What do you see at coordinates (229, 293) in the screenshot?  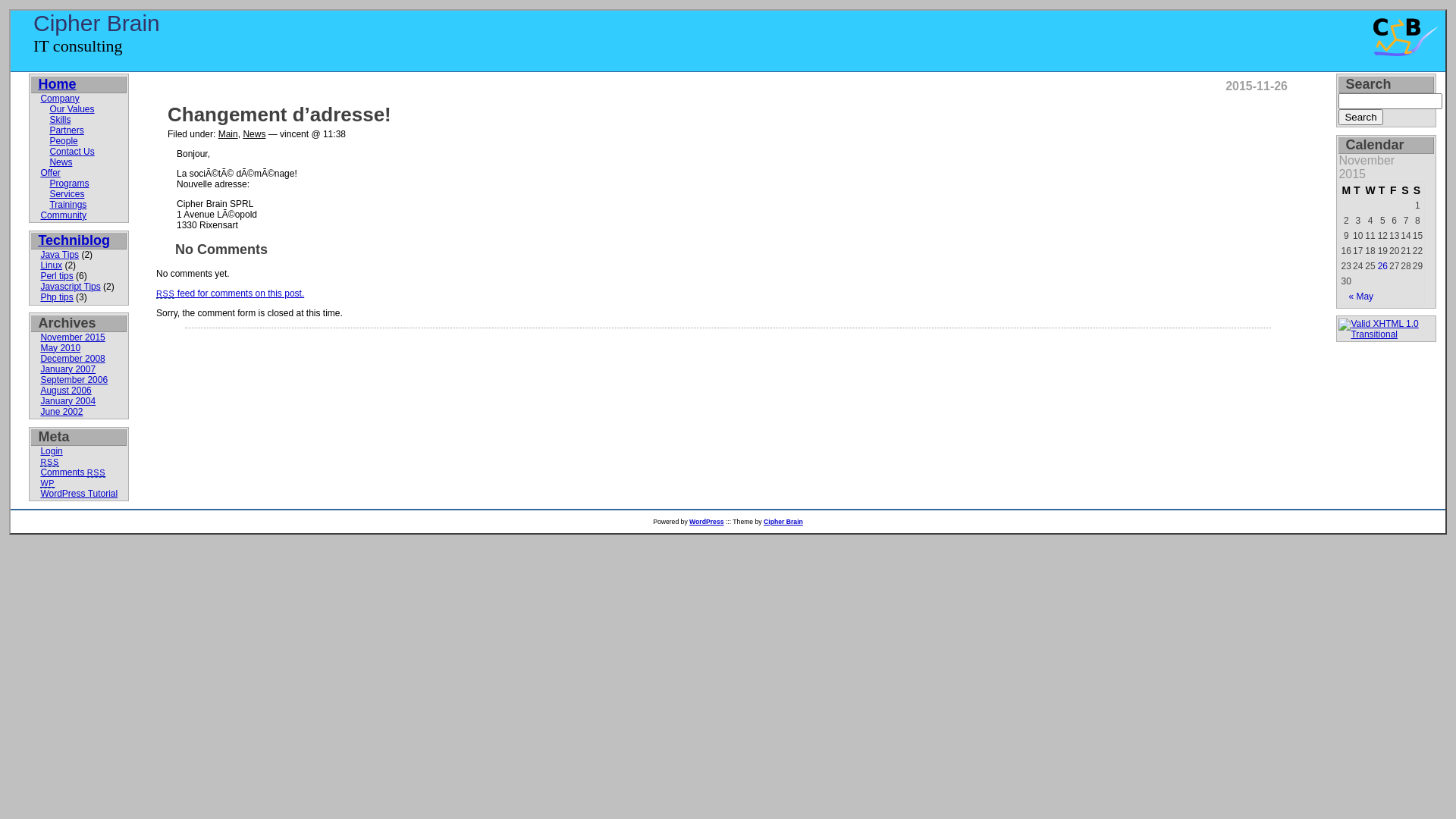 I see `'RSS feed for comments on this post.'` at bounding box center [229, 293].